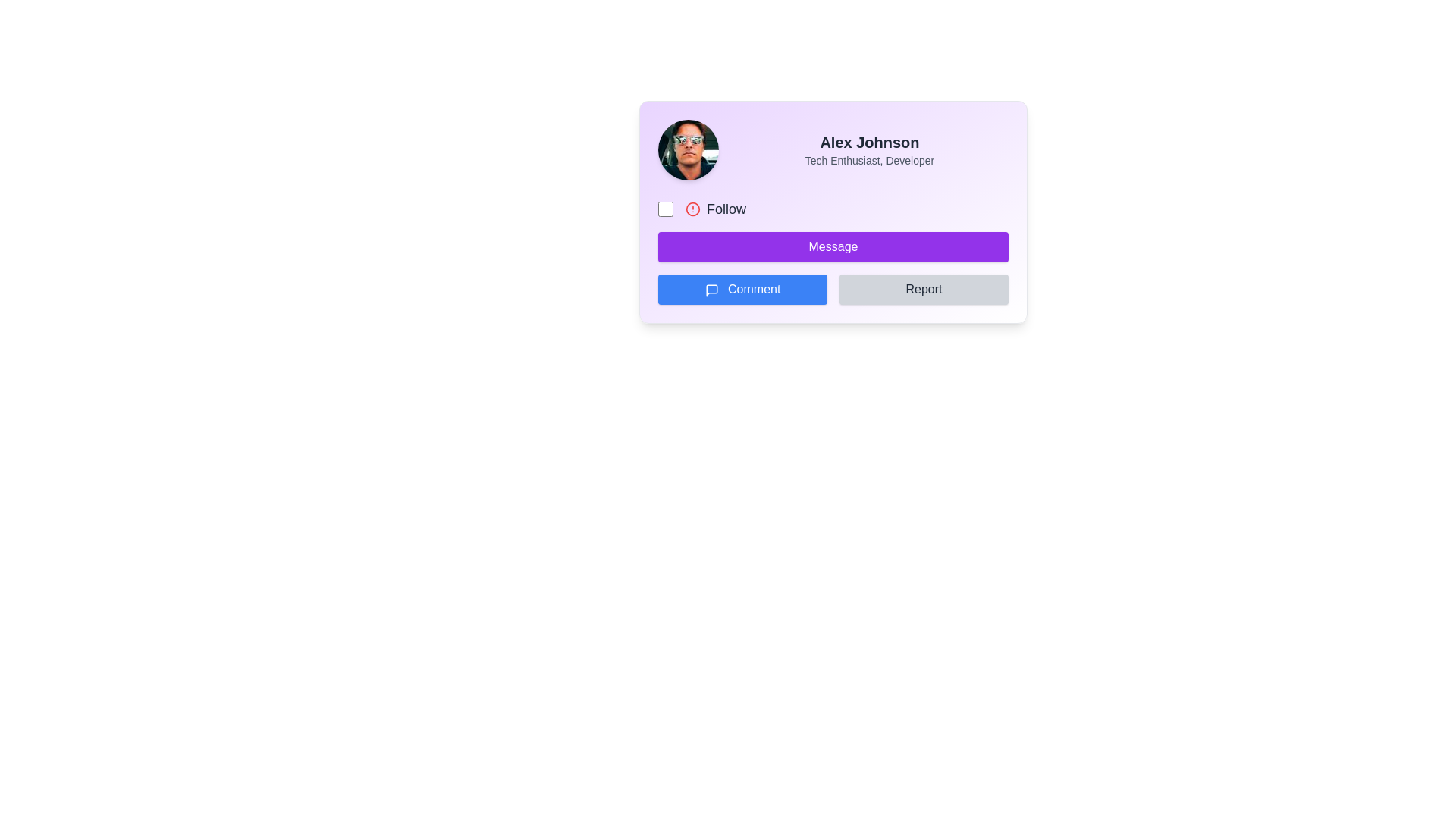  Describe the element at coordinates (923, 289) in the screenshot. I see `the report button located to the right of the 'Comment' button at the bottom of the interface` at that location.